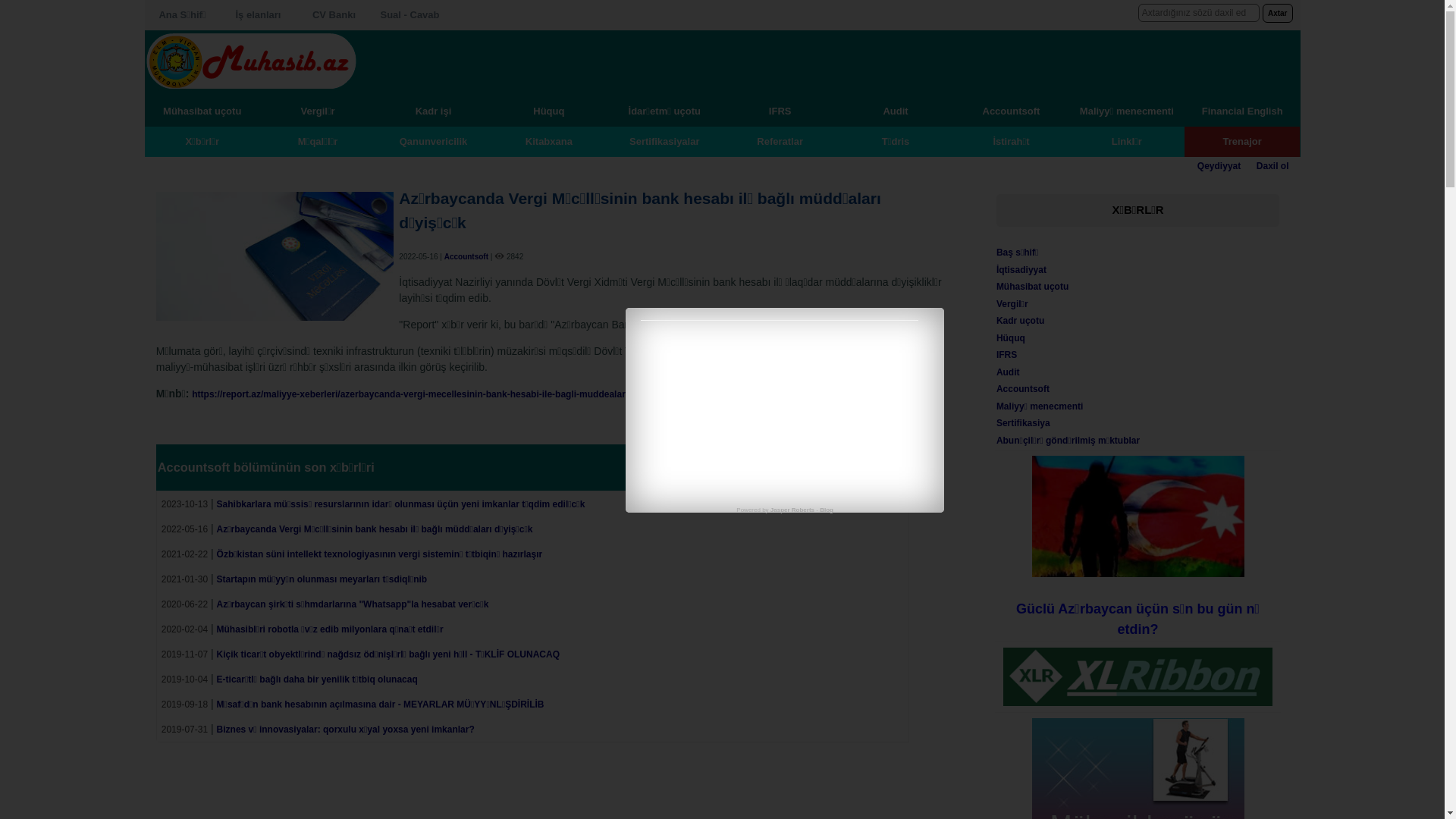  Describe the element at coordinates (1023, 423) in the screenshot. I see `'Sertifikasiya'` at that location.